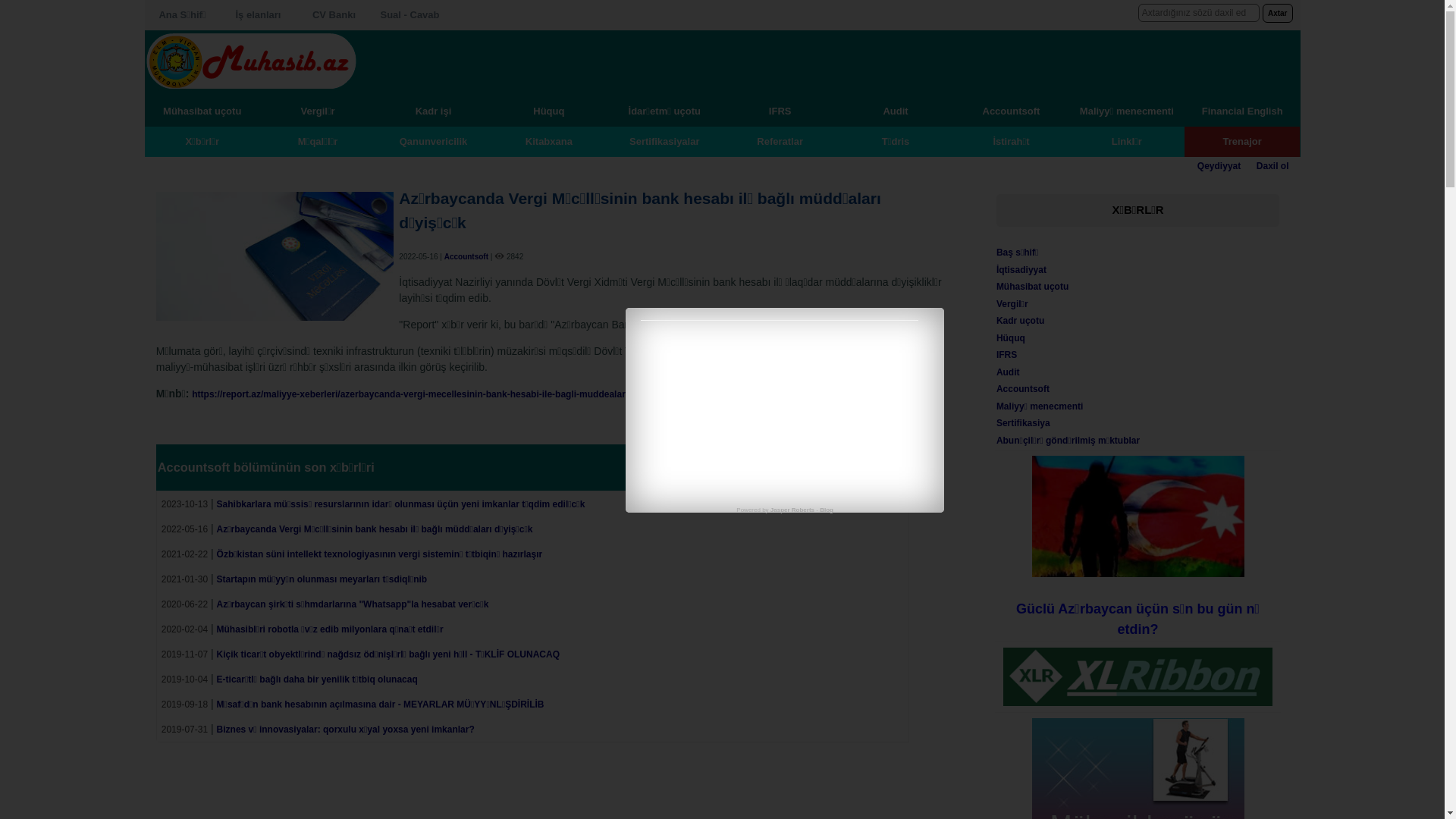  Describe the element at coordinates (1023, 423) in the screenshot. I see `'Sertifikasiya'` at that location.